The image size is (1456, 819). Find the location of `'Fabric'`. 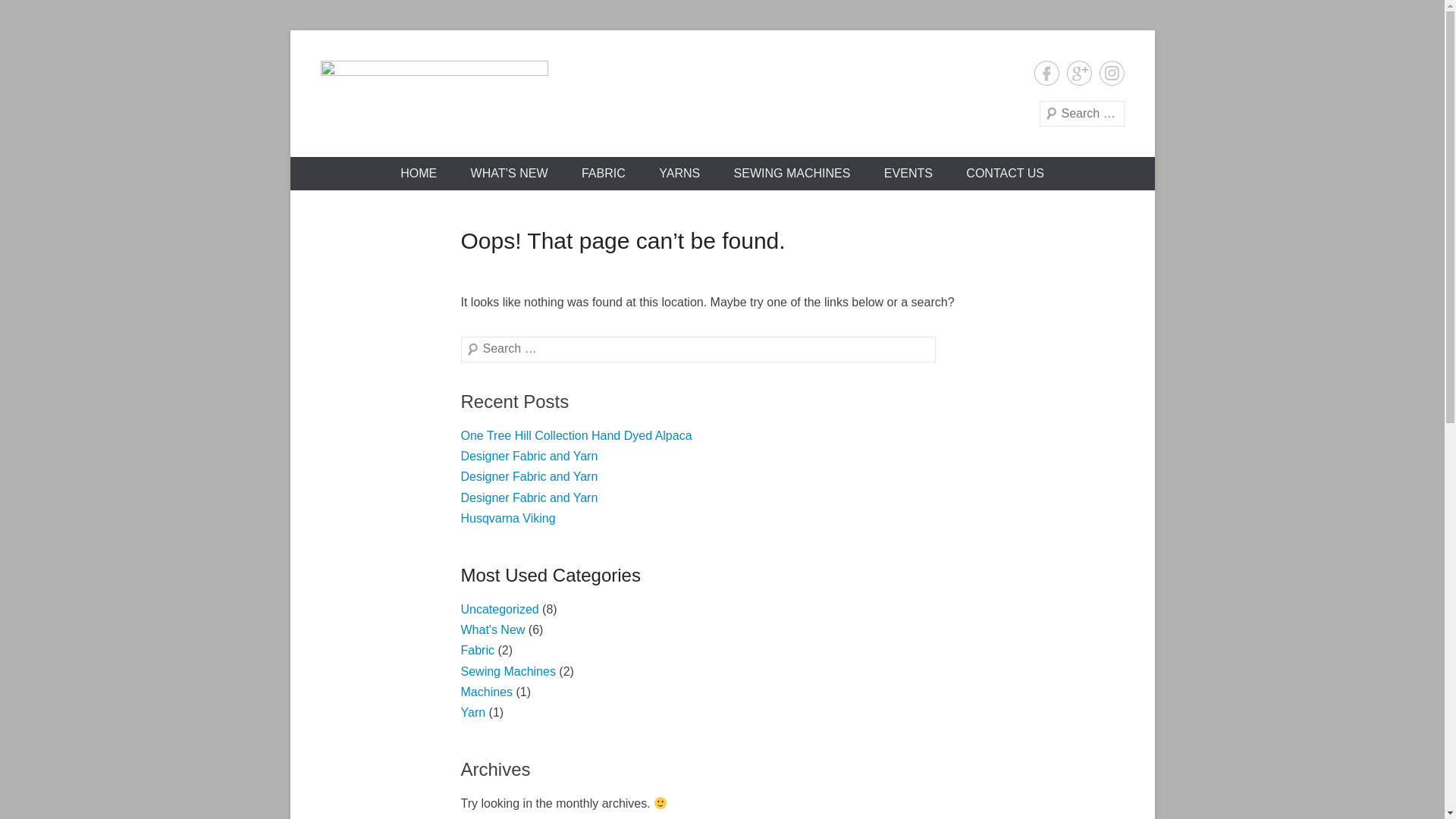

'Fabric' is located at coordinates (476, 649).